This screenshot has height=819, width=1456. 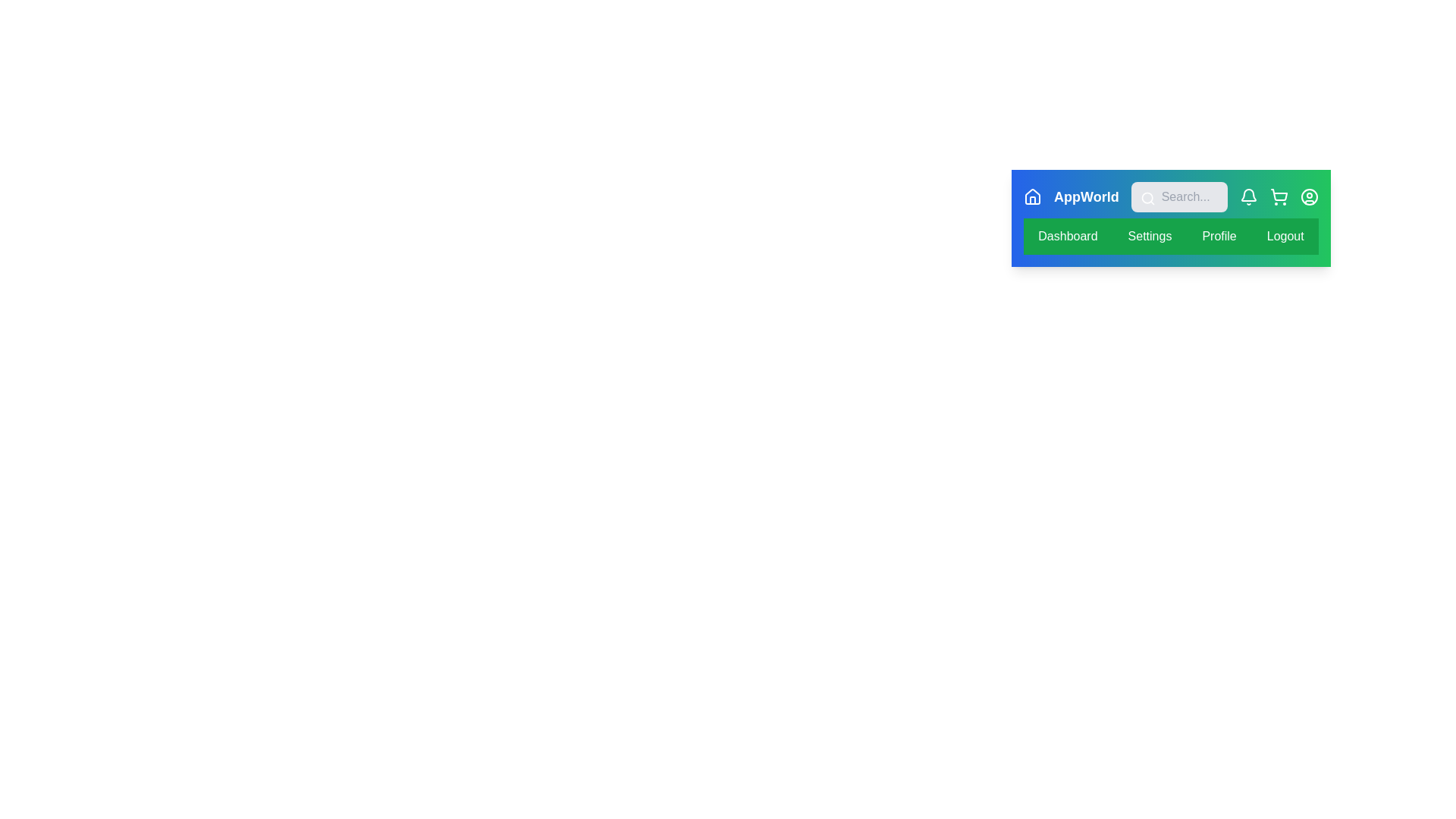 I want to click on the navigation item Settings to navigate to the corresponding section, so click(x=1150, y=237).